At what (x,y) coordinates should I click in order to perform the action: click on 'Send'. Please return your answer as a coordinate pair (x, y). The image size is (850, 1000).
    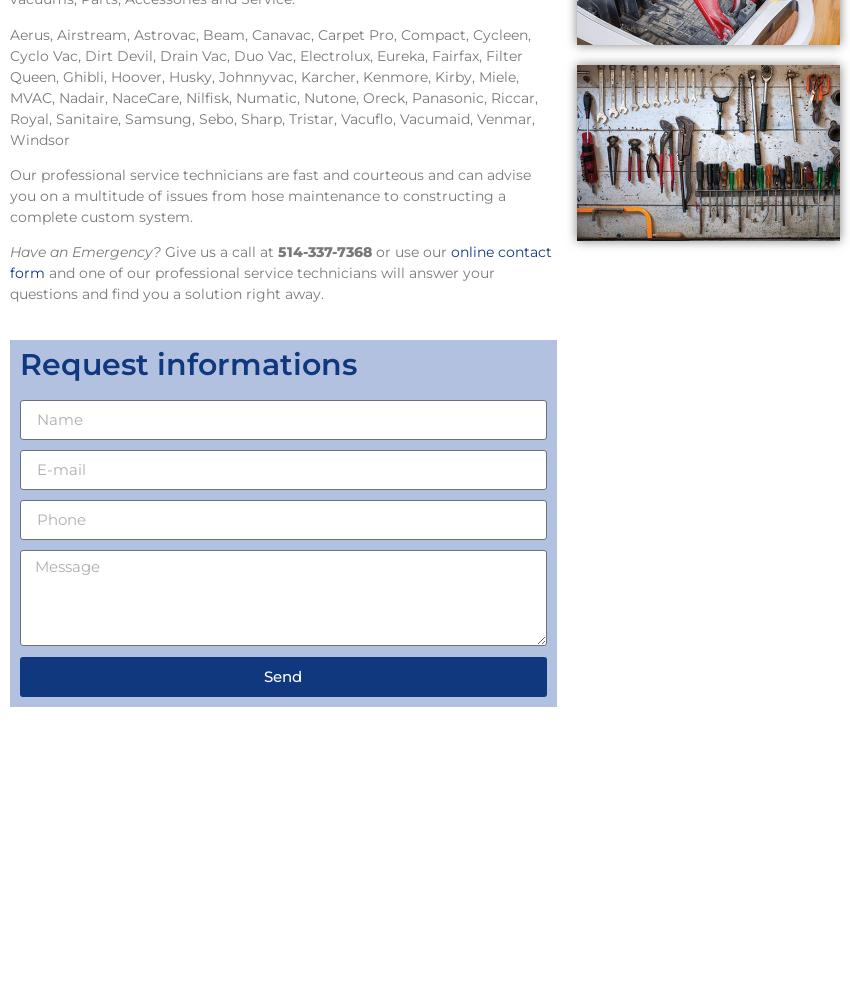
    Looking at the image, I should click on (281, 676).